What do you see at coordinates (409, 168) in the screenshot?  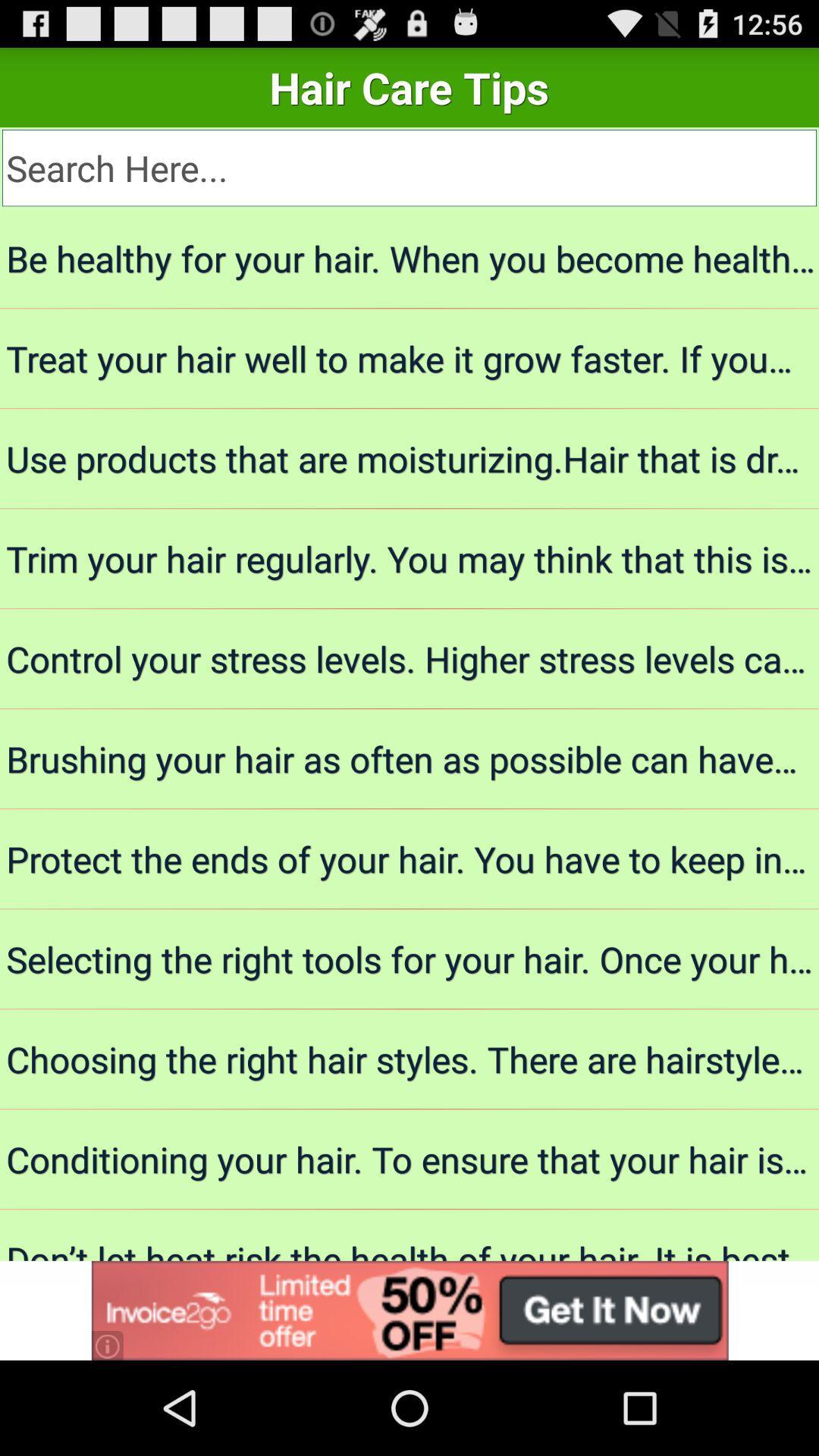 I see `search field` at bounding box center [409, 168].